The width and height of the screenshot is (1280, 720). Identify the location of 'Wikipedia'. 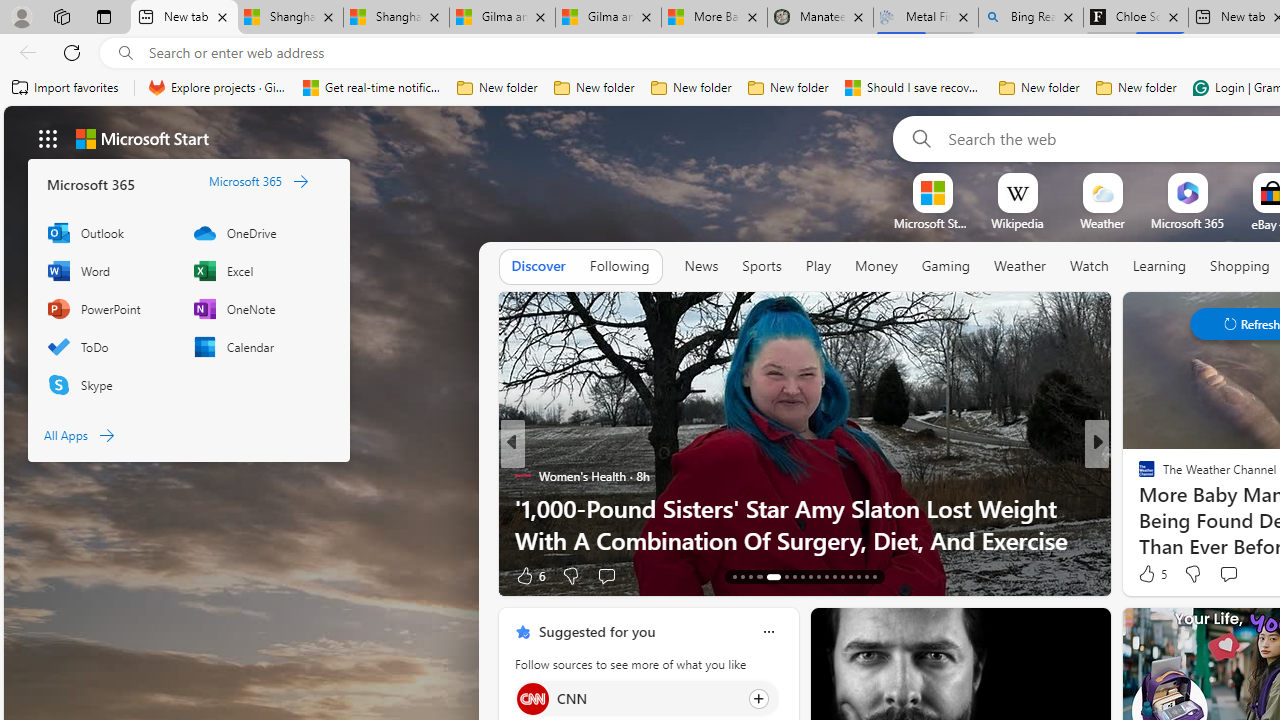
(1017, 223).